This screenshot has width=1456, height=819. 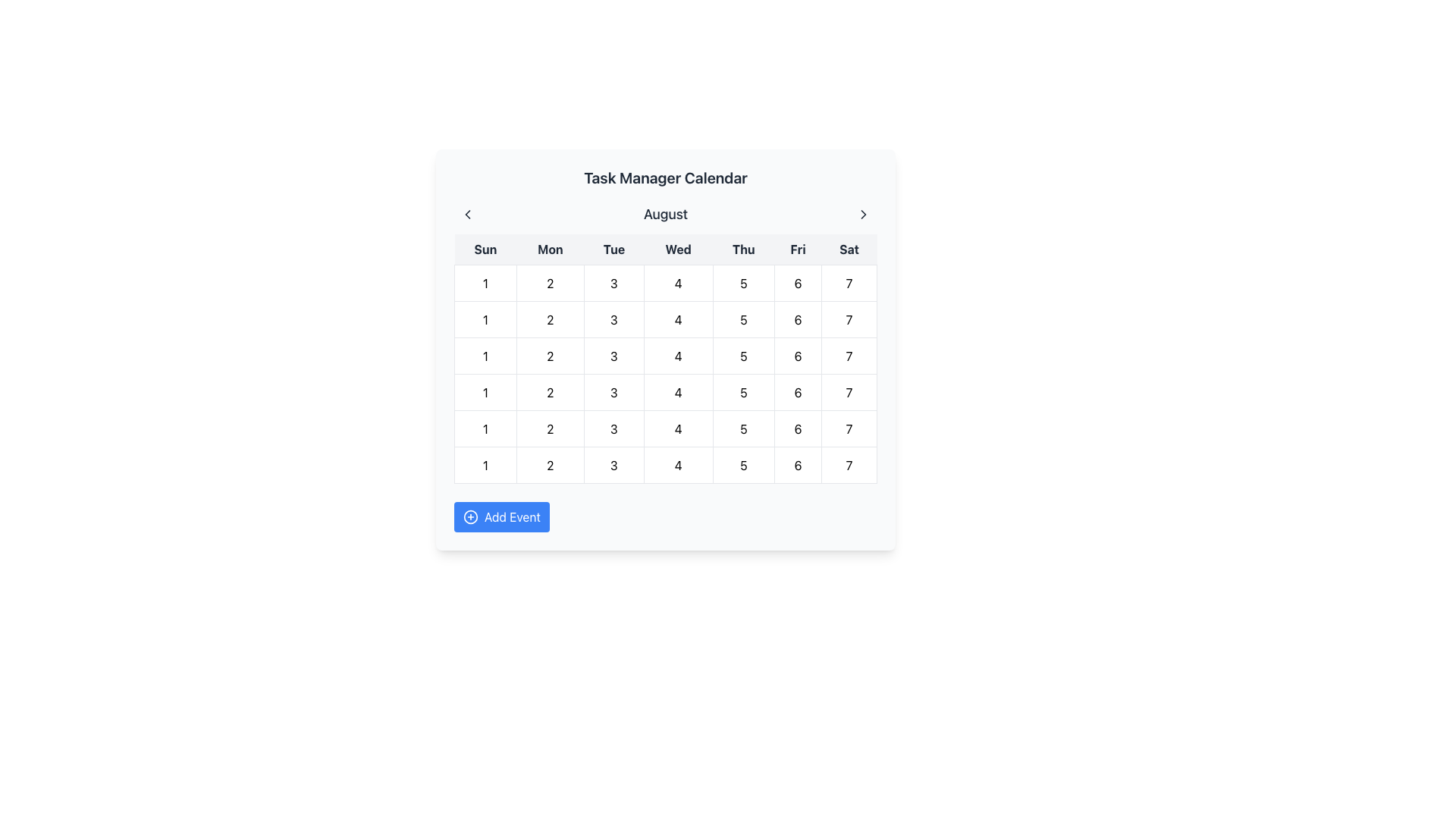 I want to click on the Text Display element representing the date '3' in the Tuesday column of the second week in the calendar grid, so click(x=613, y=391).